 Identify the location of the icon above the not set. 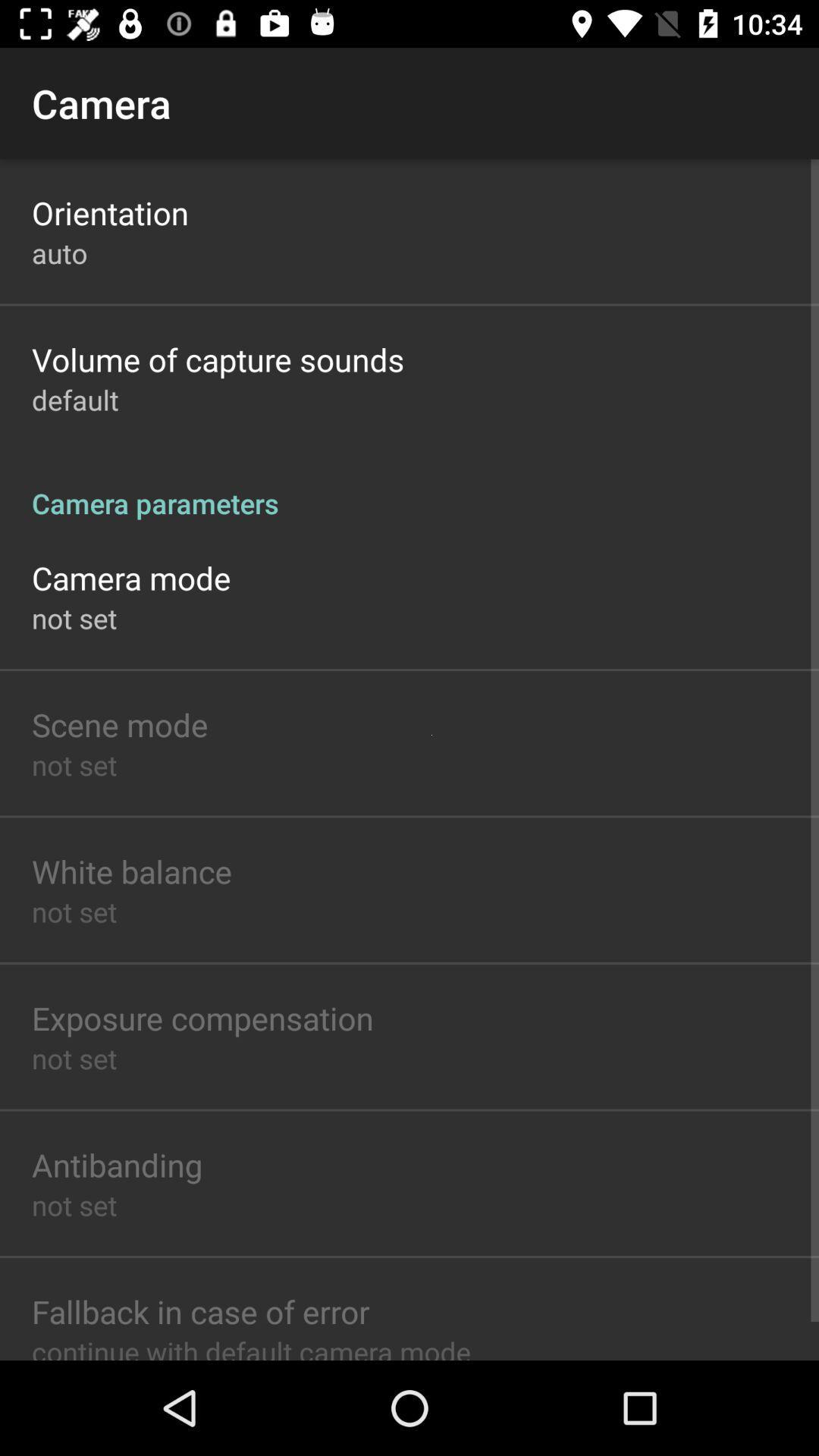
(116, 1164).